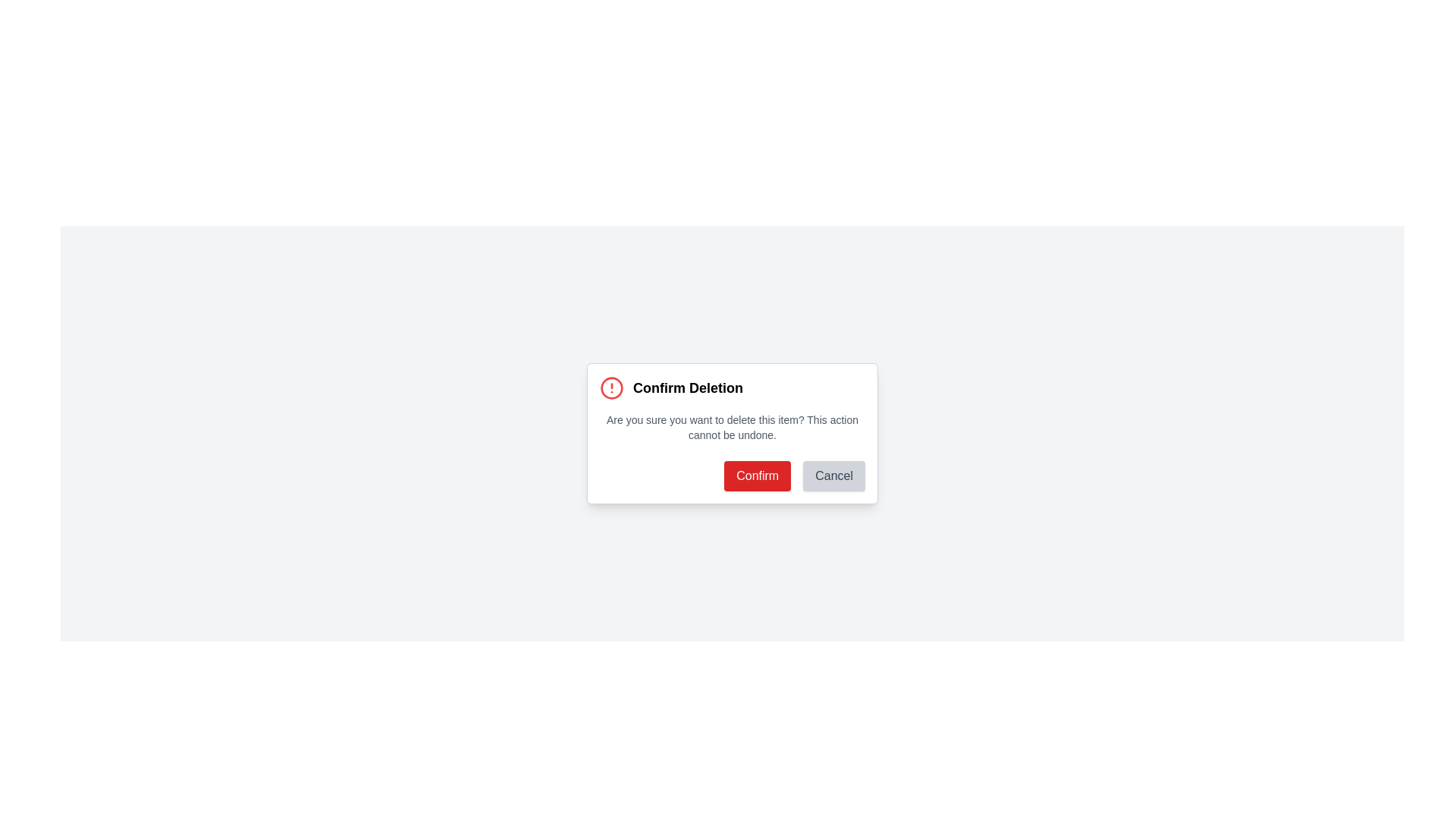 This screenshot has height=819, width=1456. What do you see at coordinates (687, 388) in the screenshot?
I see `the static text element that serves as the header for the confirmation dialog related to deleting an item, located to the right of a warning signal icon at the top of the modal dialog box` at bounding box center [687, 388].